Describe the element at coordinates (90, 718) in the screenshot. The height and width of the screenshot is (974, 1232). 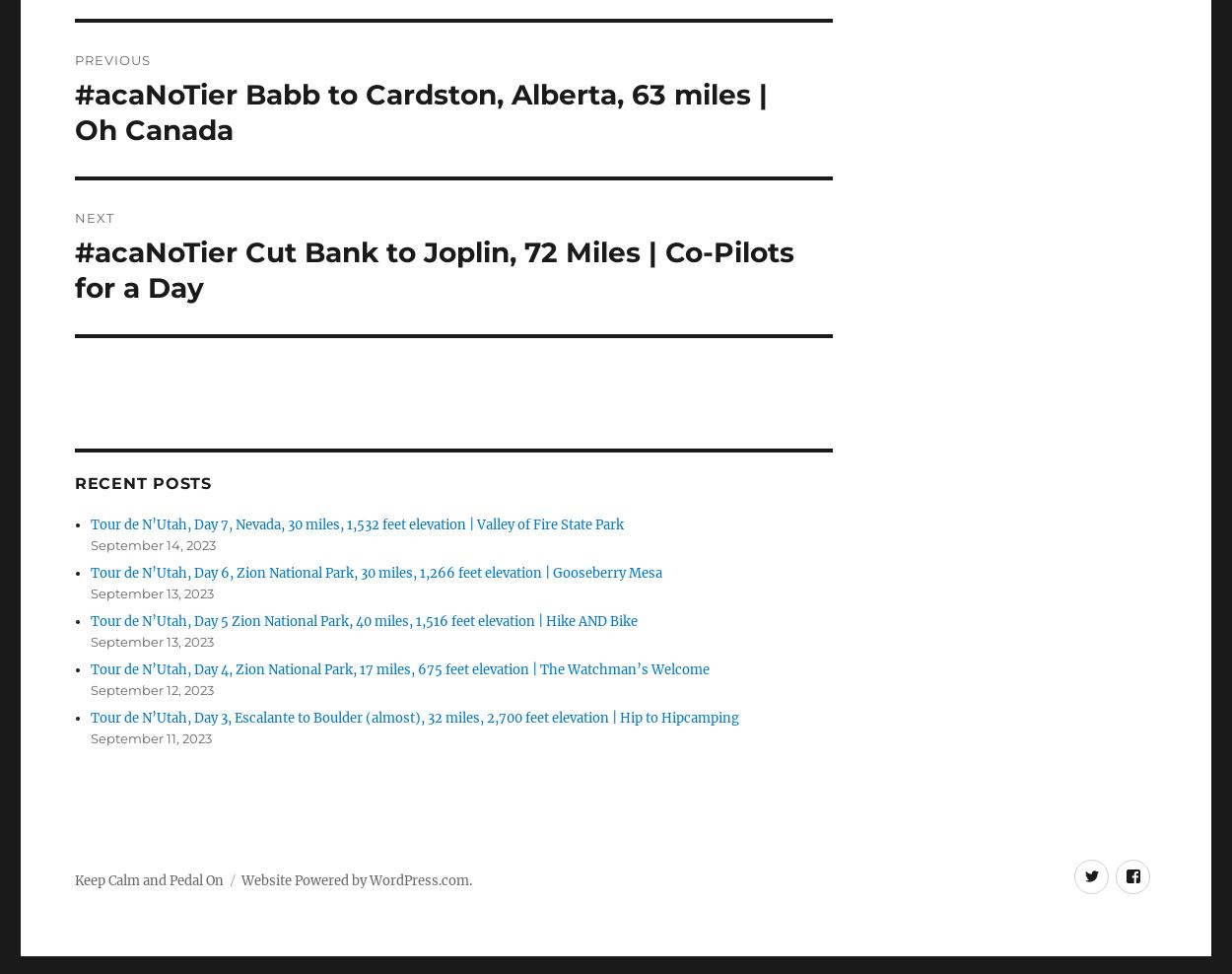
I see `'Tour de N’Utah, Day 3, Escalante to Boulder (almost), 32 miles, 2,700 feet elevation | Hip to Hipcamping'` at that location.